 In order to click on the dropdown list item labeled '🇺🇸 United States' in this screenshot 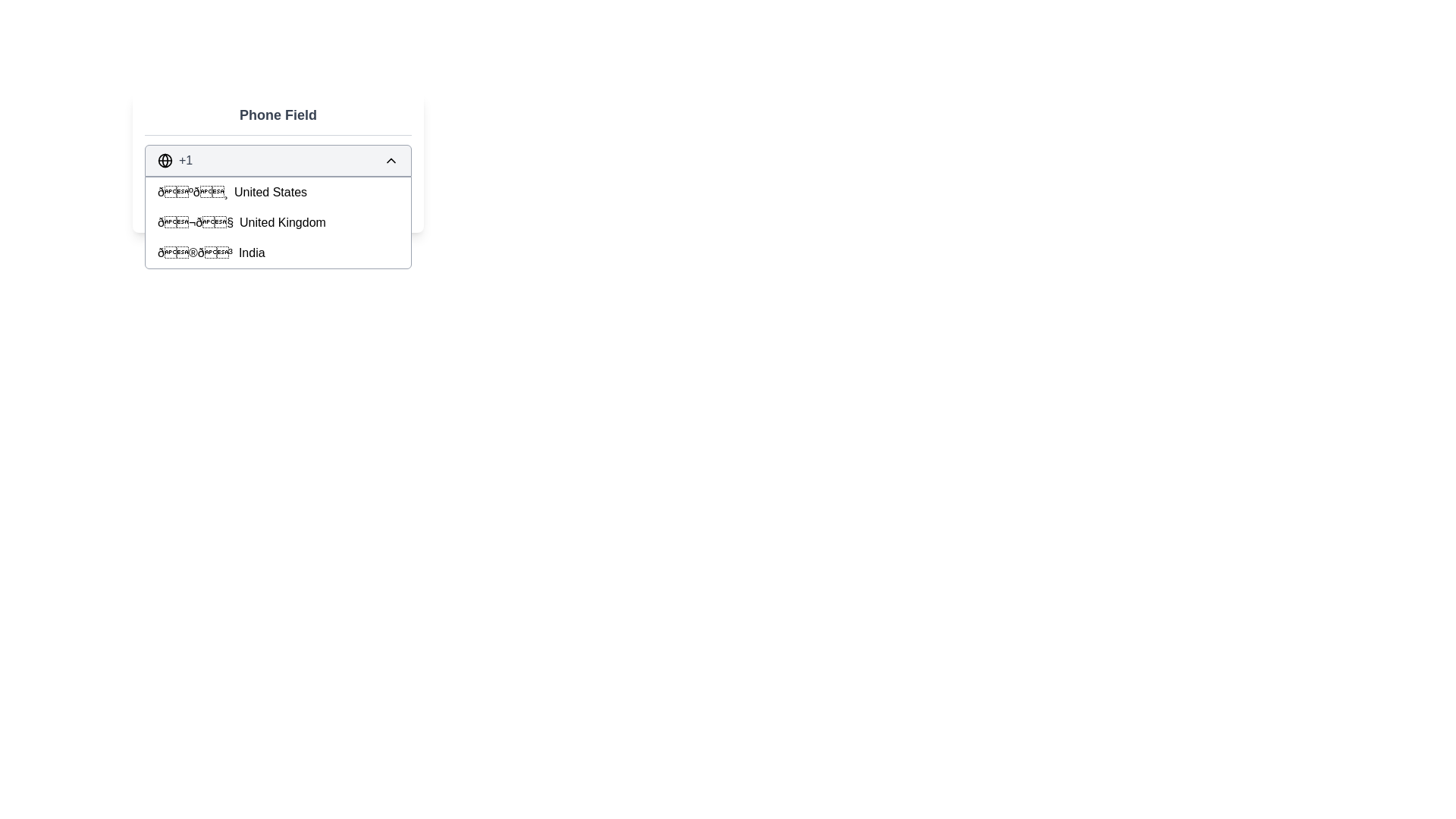, I will do `click(278, 192)`.